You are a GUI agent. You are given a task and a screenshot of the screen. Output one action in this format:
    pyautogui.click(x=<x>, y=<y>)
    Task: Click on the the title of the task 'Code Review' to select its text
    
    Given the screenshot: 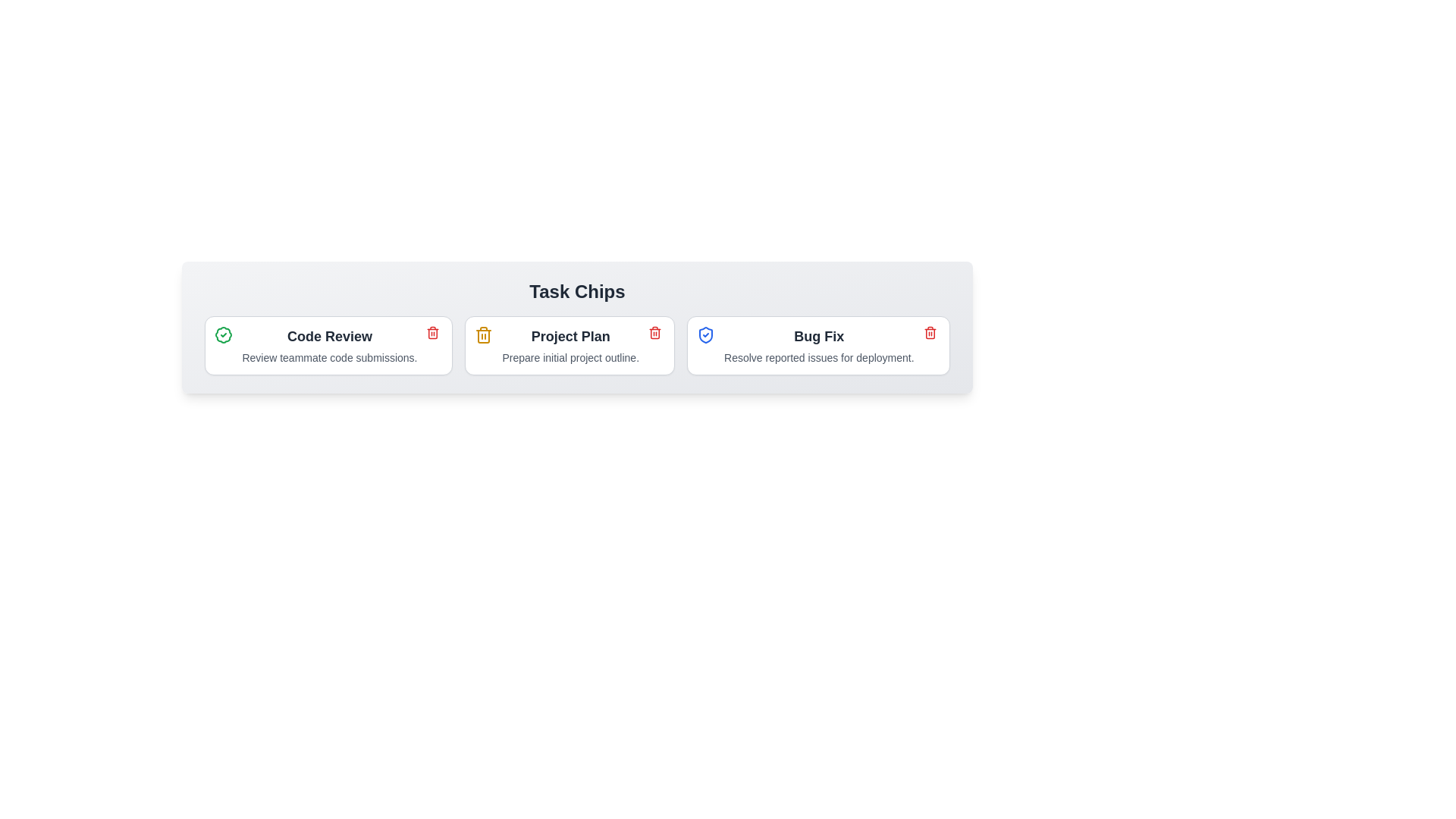 What is the action you would take?
    pyautogui.click(x=328, y=335)
    